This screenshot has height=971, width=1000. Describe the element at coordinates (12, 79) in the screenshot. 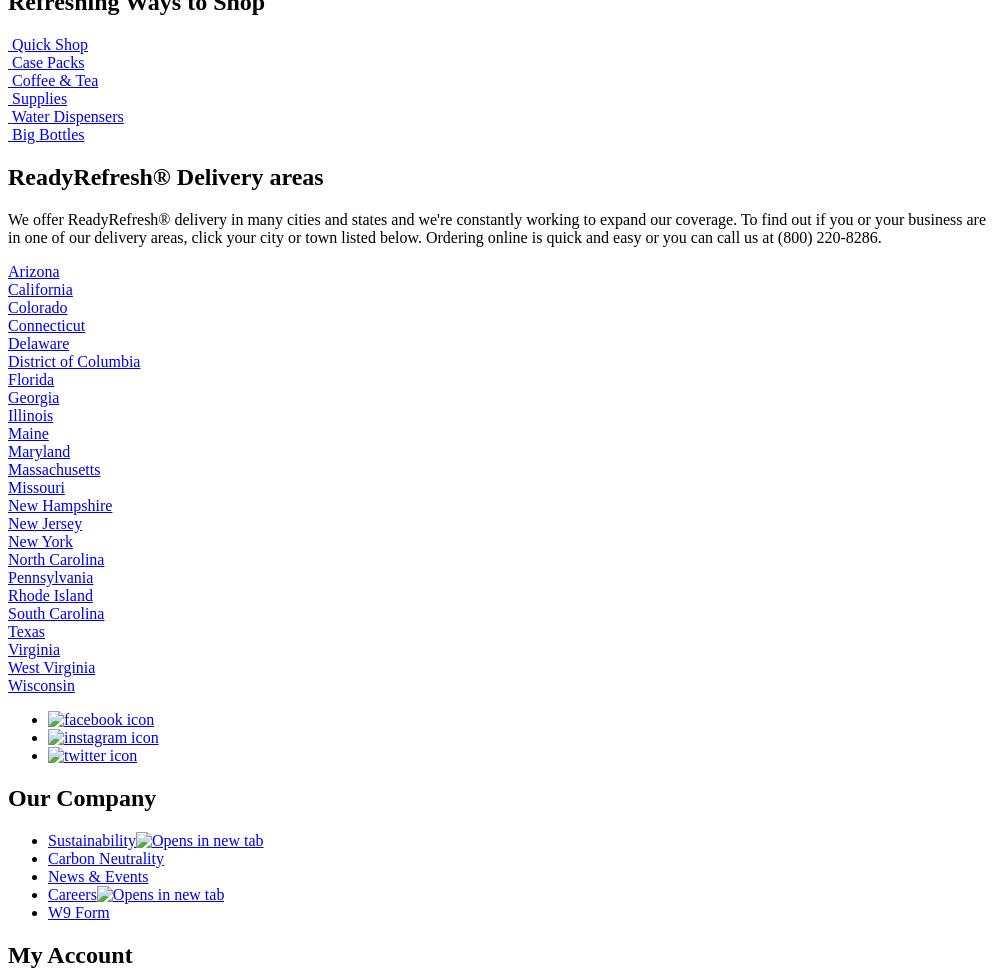

I see `'Coffee & Tea'` at that location.